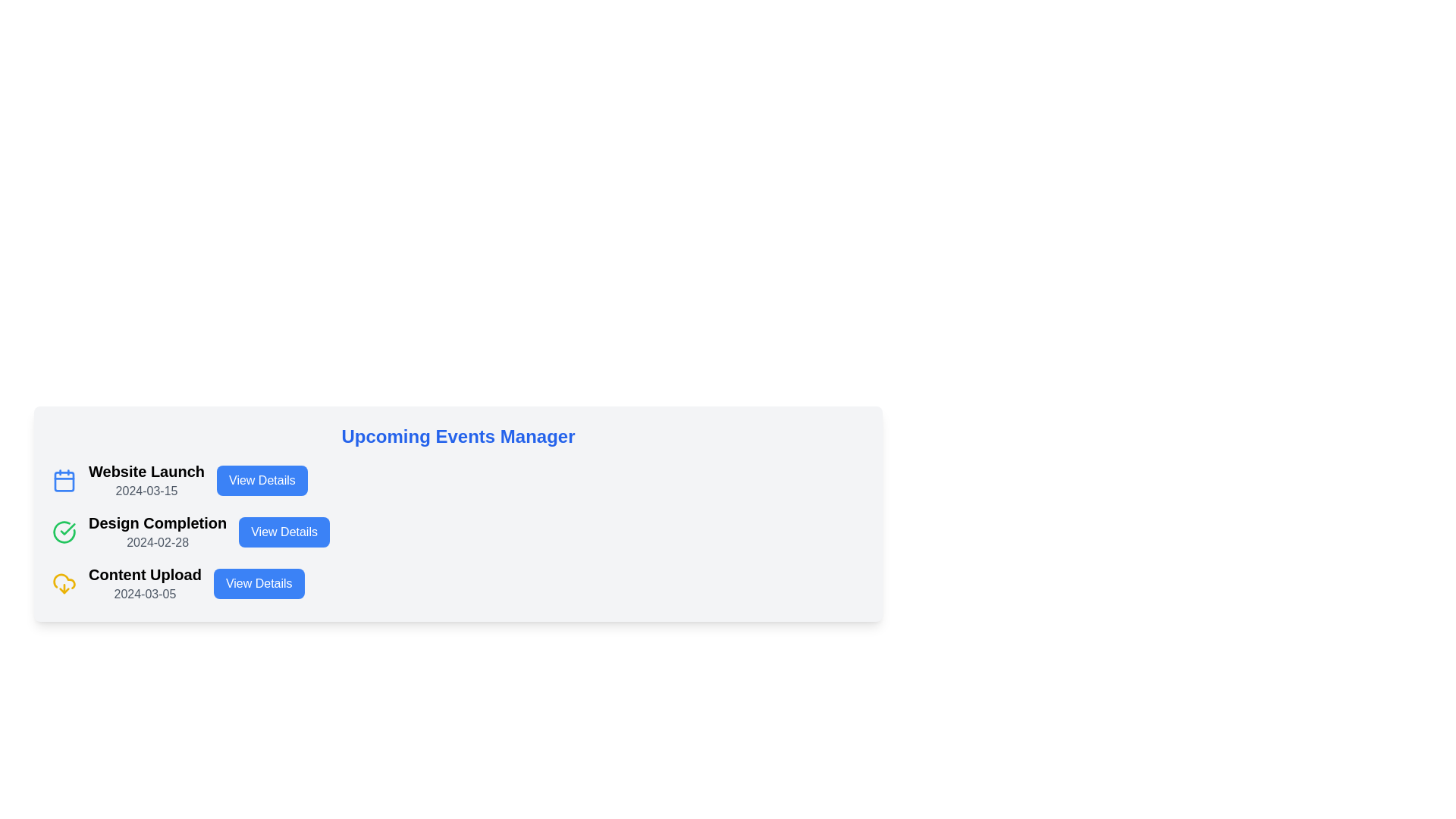 This screenshot has height=819, width=1456. Describe the element at coordinates (158, 532) in the screenshot. I see `the text display labeled 'Design Completion' with the date '2024-02-28', which is positioned below 'Website Launch' and above 'Content Upload'` at that location.